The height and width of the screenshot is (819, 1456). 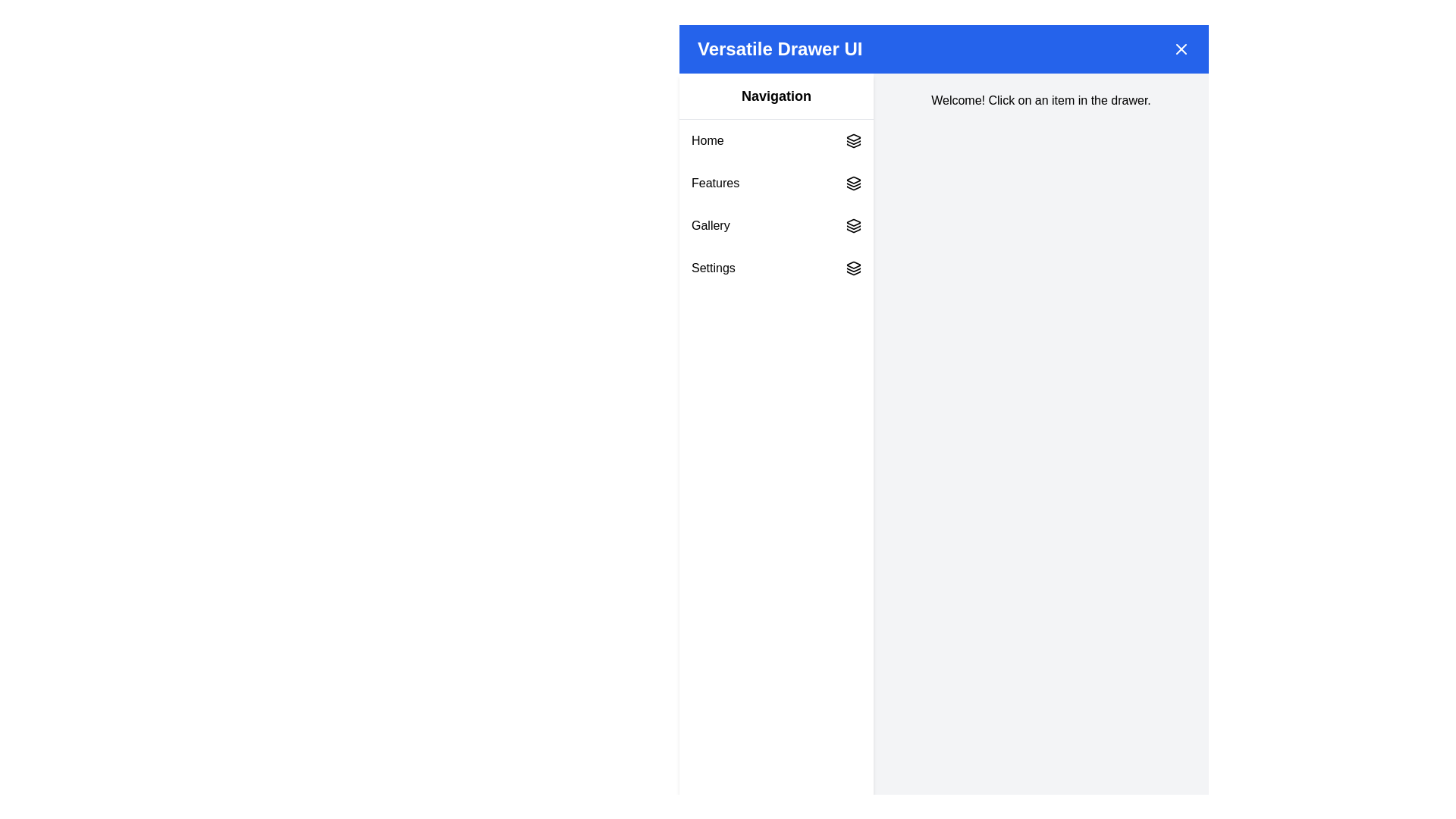 I want to click on the close or cancel button represented by the SVG icon located at the top-right corner of the interface to trigger associated actions, so click(x=1181, y=49).